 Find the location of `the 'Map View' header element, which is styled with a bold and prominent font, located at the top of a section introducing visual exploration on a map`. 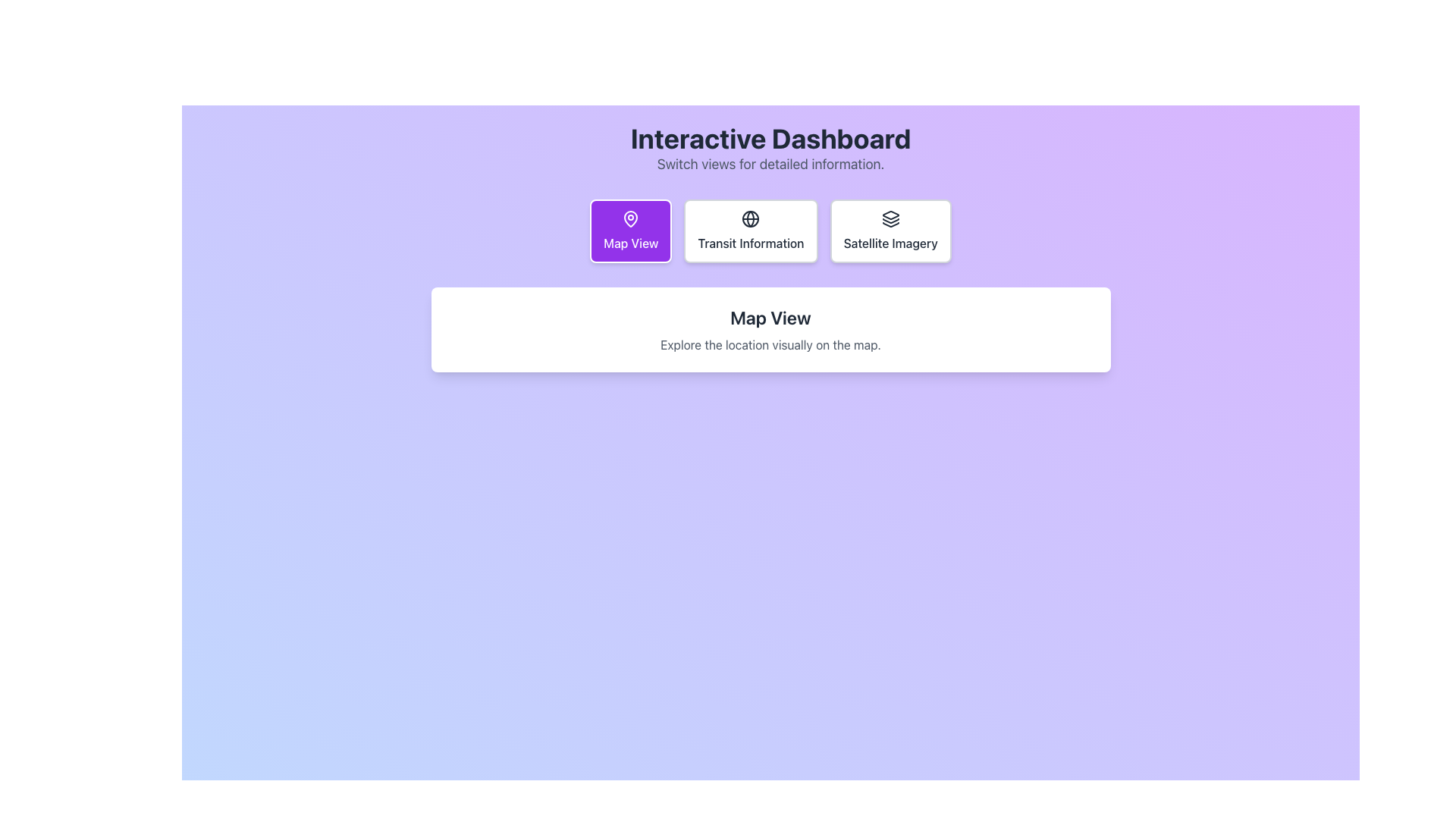

the 'Map View' header element, which is styled with a bold and prominent font, located at the top of a section introducing visual exploration on a map is located at coordinates (770, 317).